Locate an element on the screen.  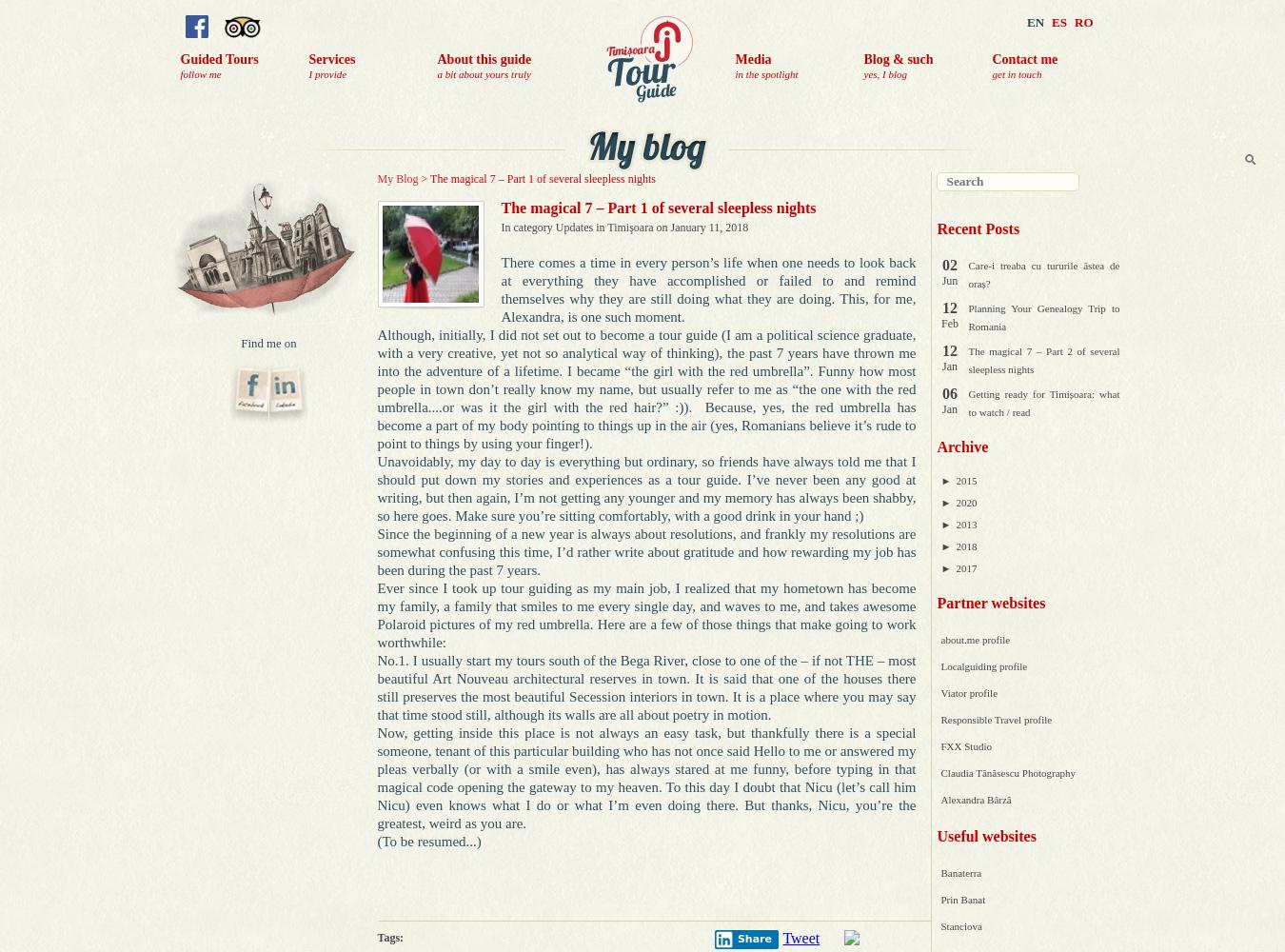
'on January 11, 2018' is located at coordinates (700, 227).